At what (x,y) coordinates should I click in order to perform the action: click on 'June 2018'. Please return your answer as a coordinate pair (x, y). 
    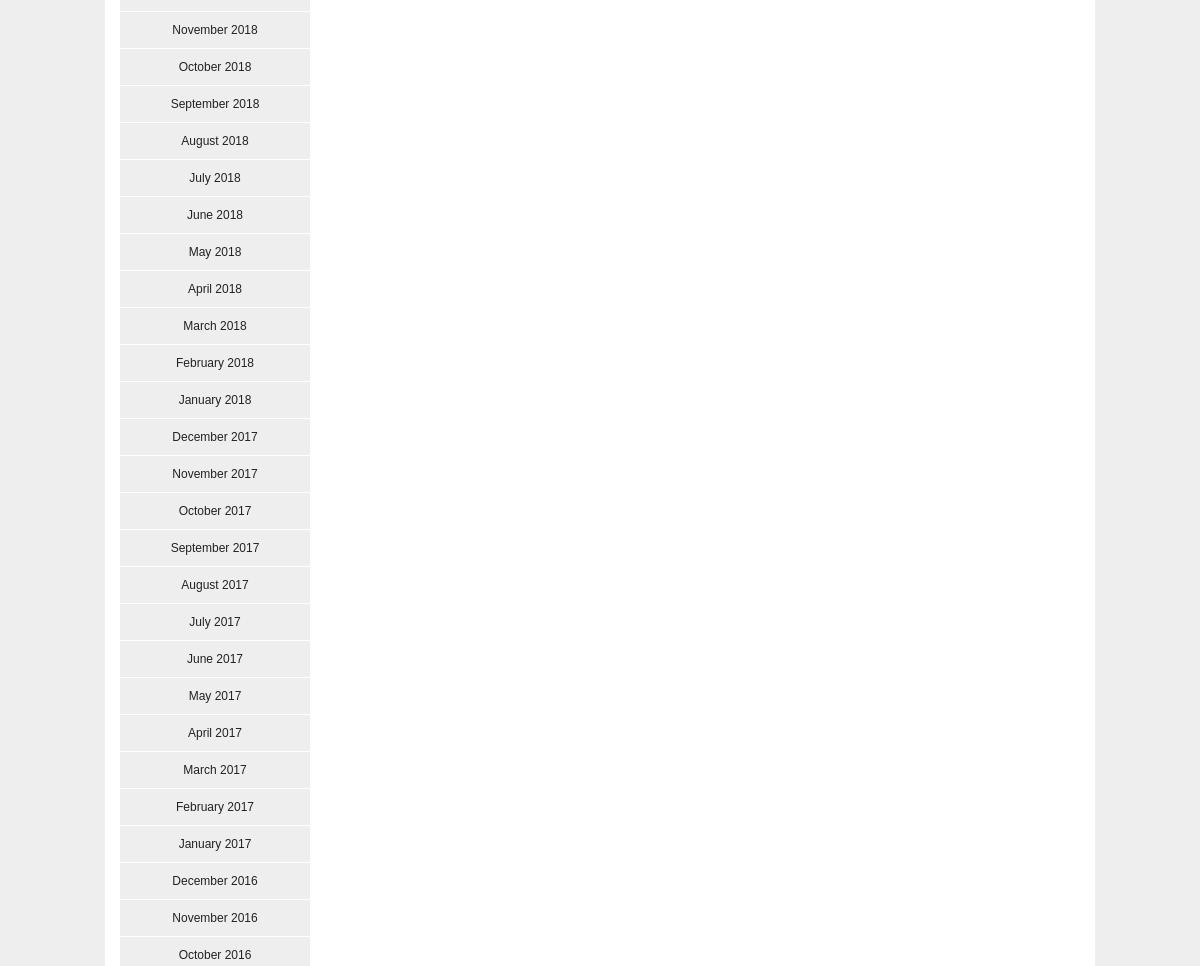
    Looking at the image, I should click on (213, 214).